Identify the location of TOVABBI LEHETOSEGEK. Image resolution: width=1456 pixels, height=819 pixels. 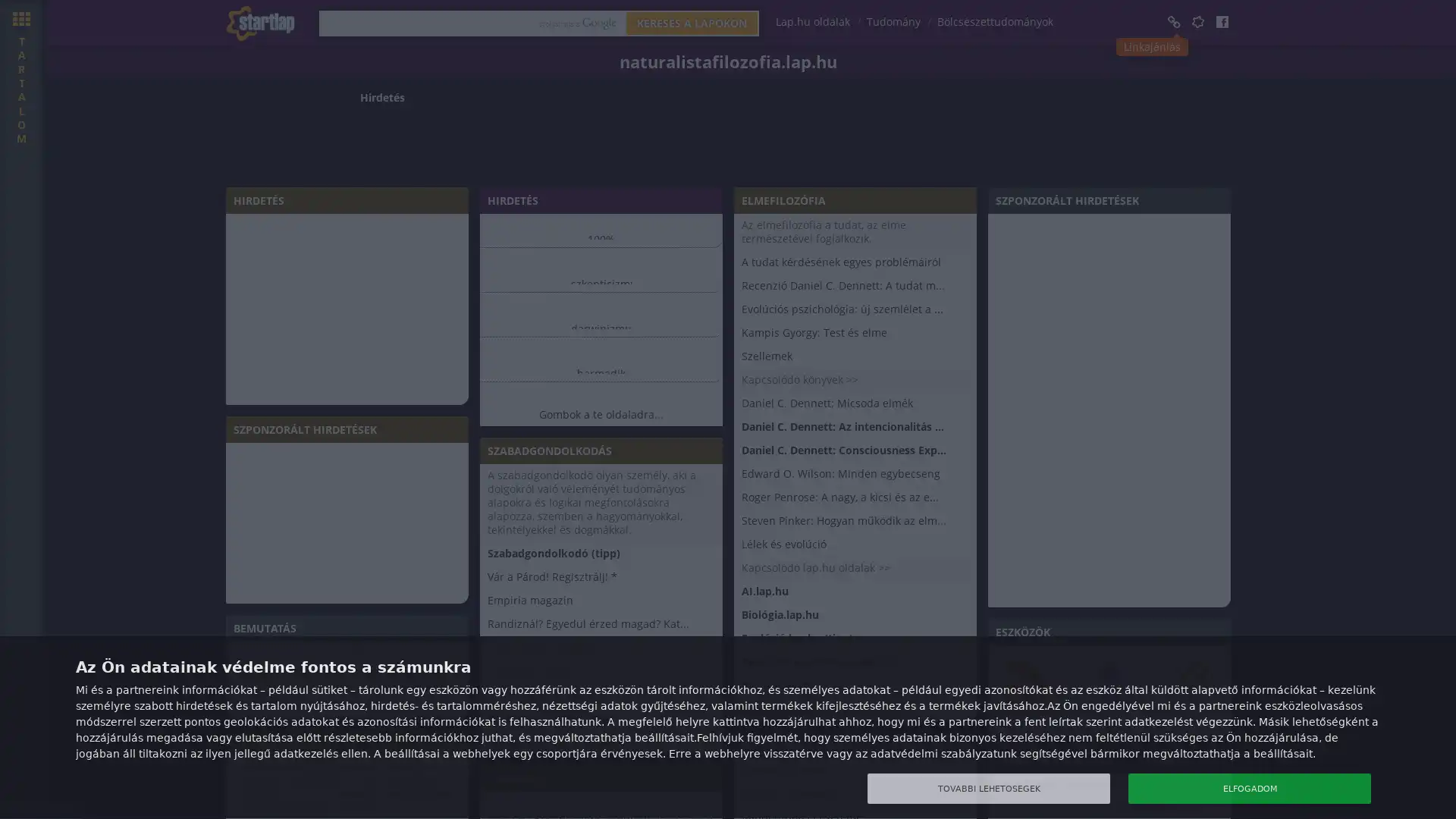
(989, 788).